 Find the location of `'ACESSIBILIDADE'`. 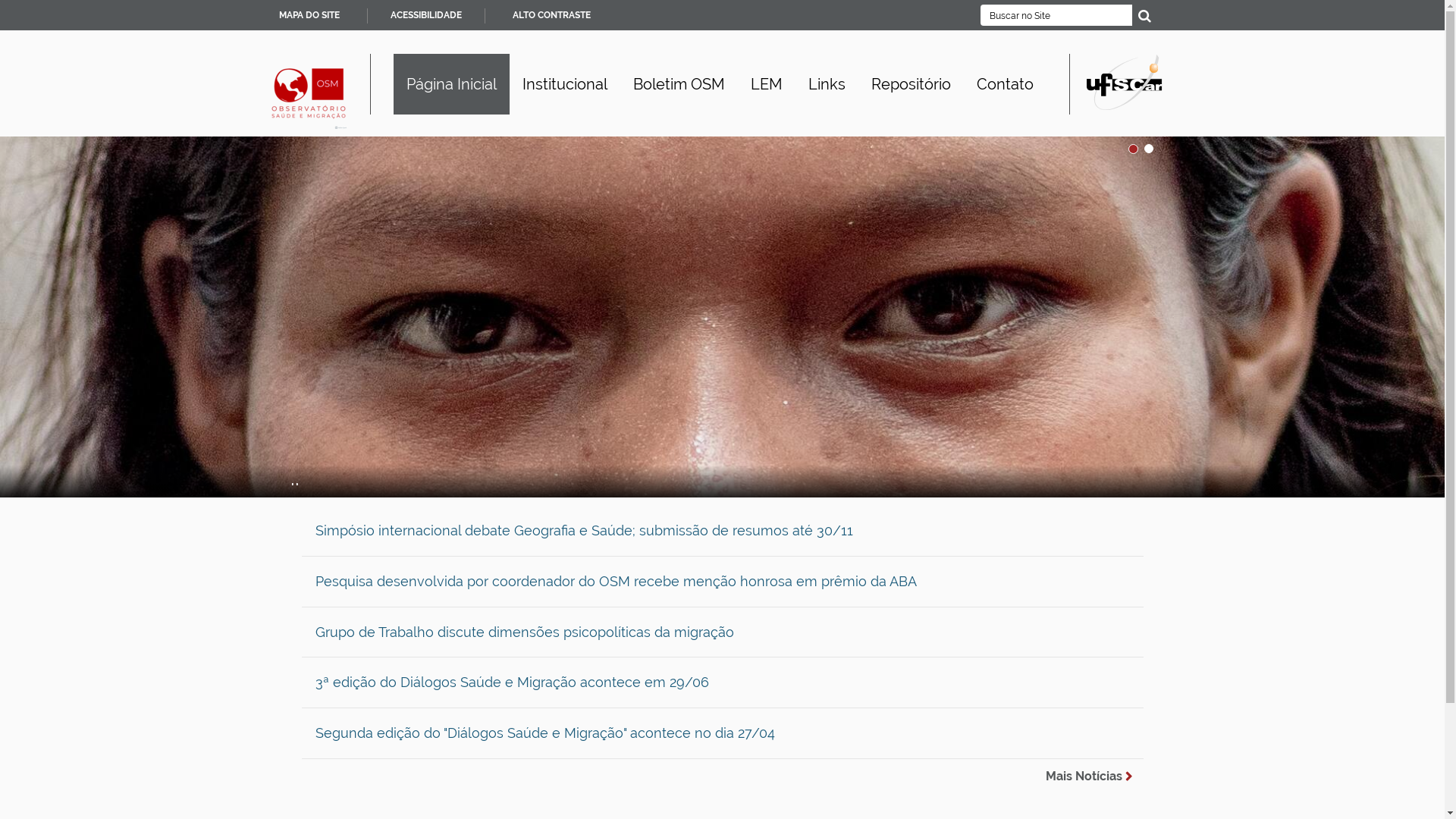

'ACESSIBILIDADE' is located at coordinates (389, 14).